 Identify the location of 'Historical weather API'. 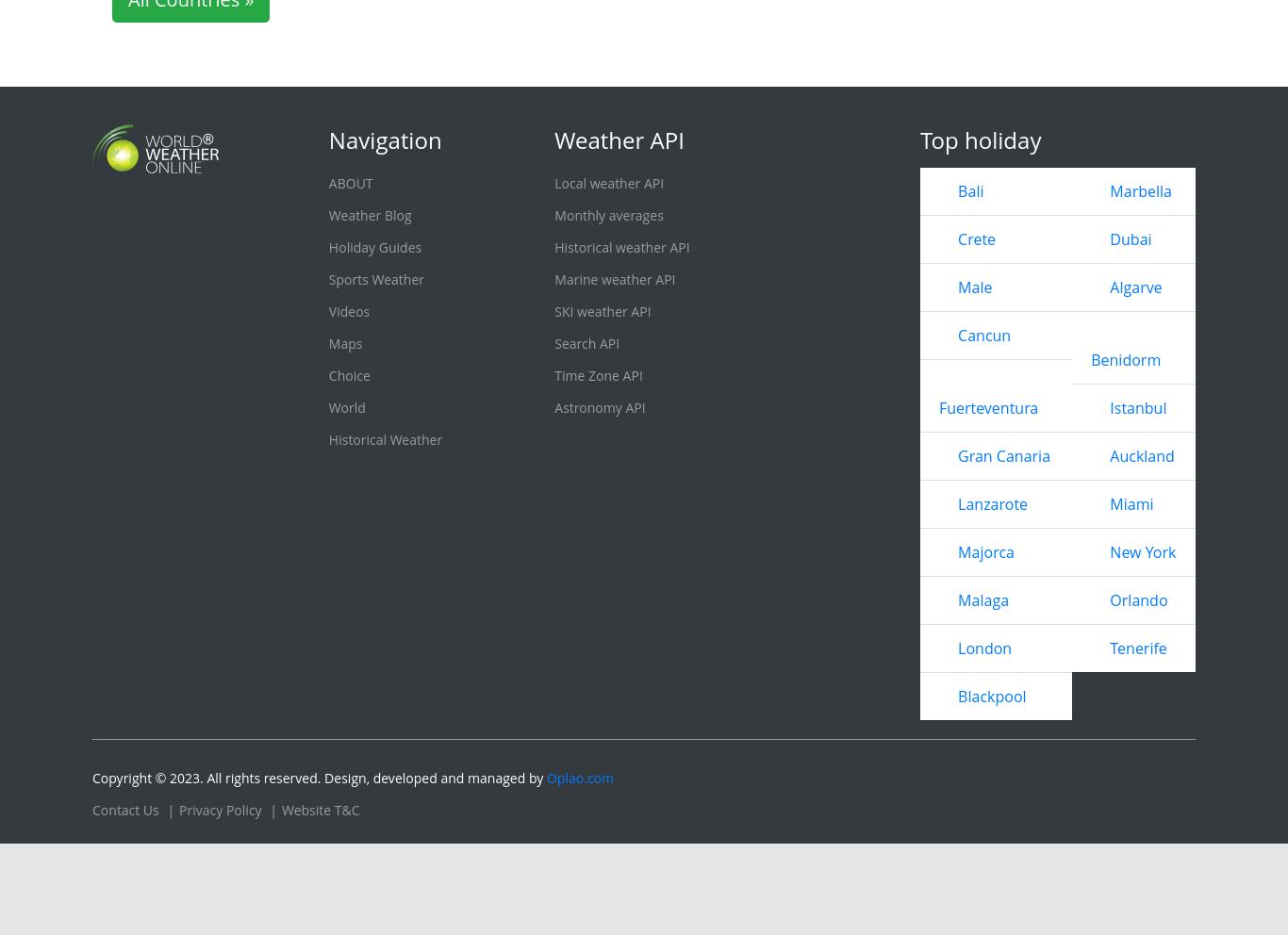
(620, 245).